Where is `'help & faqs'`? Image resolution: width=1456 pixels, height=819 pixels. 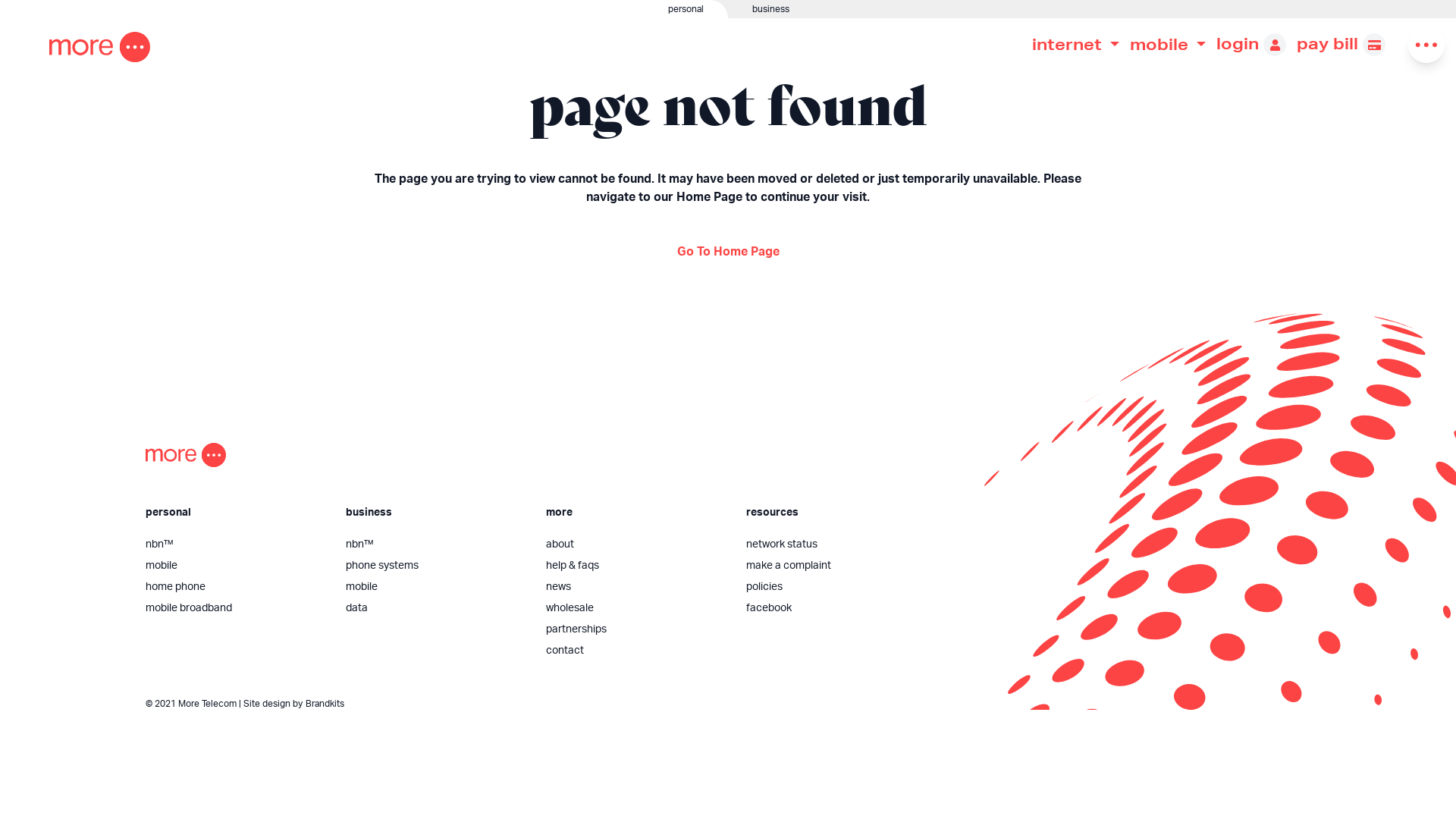 'help & faqs' is located at coordinates (546, 565).